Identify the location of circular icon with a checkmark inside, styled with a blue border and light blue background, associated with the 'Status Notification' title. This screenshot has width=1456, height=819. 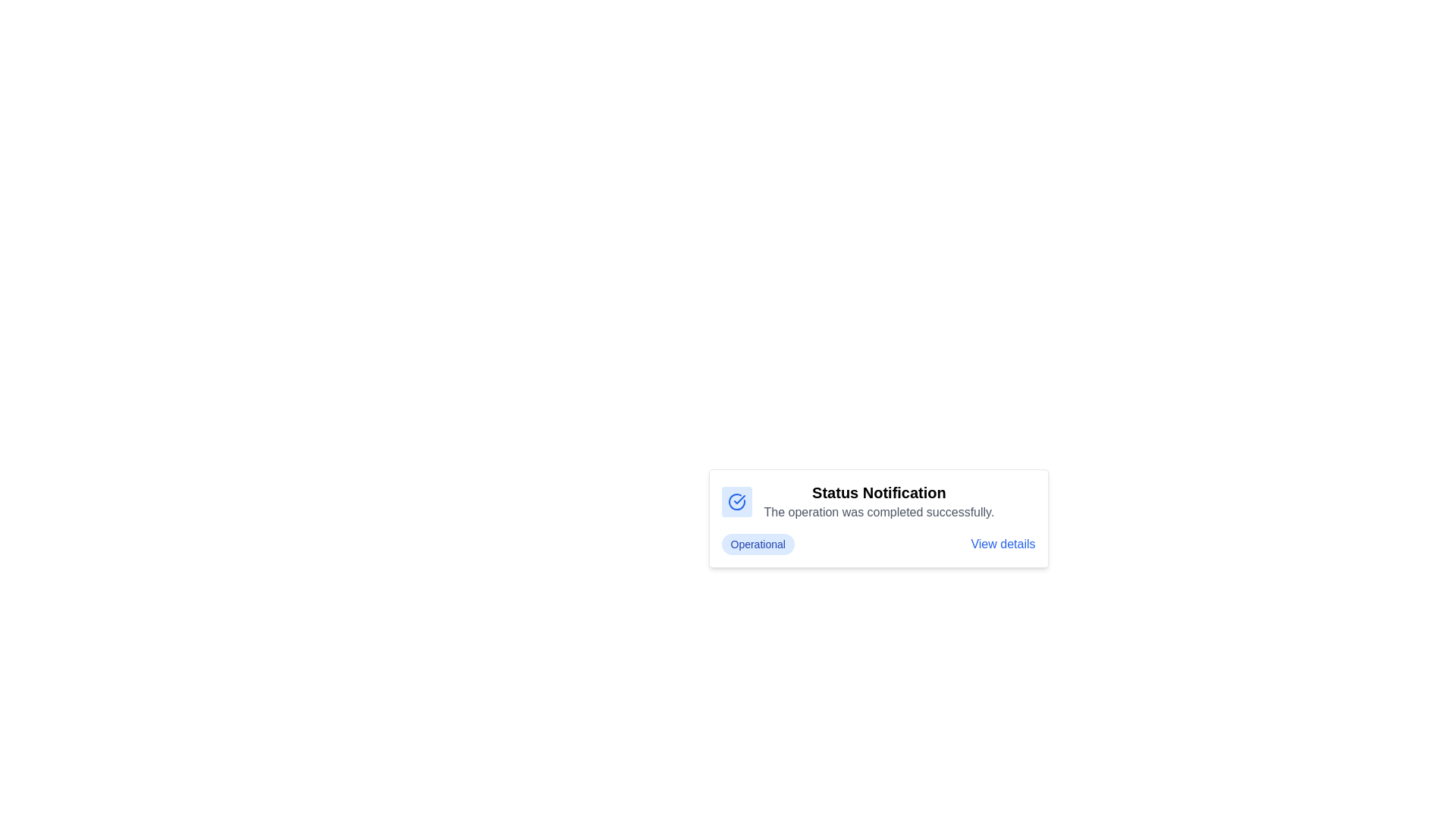
(736, 502).